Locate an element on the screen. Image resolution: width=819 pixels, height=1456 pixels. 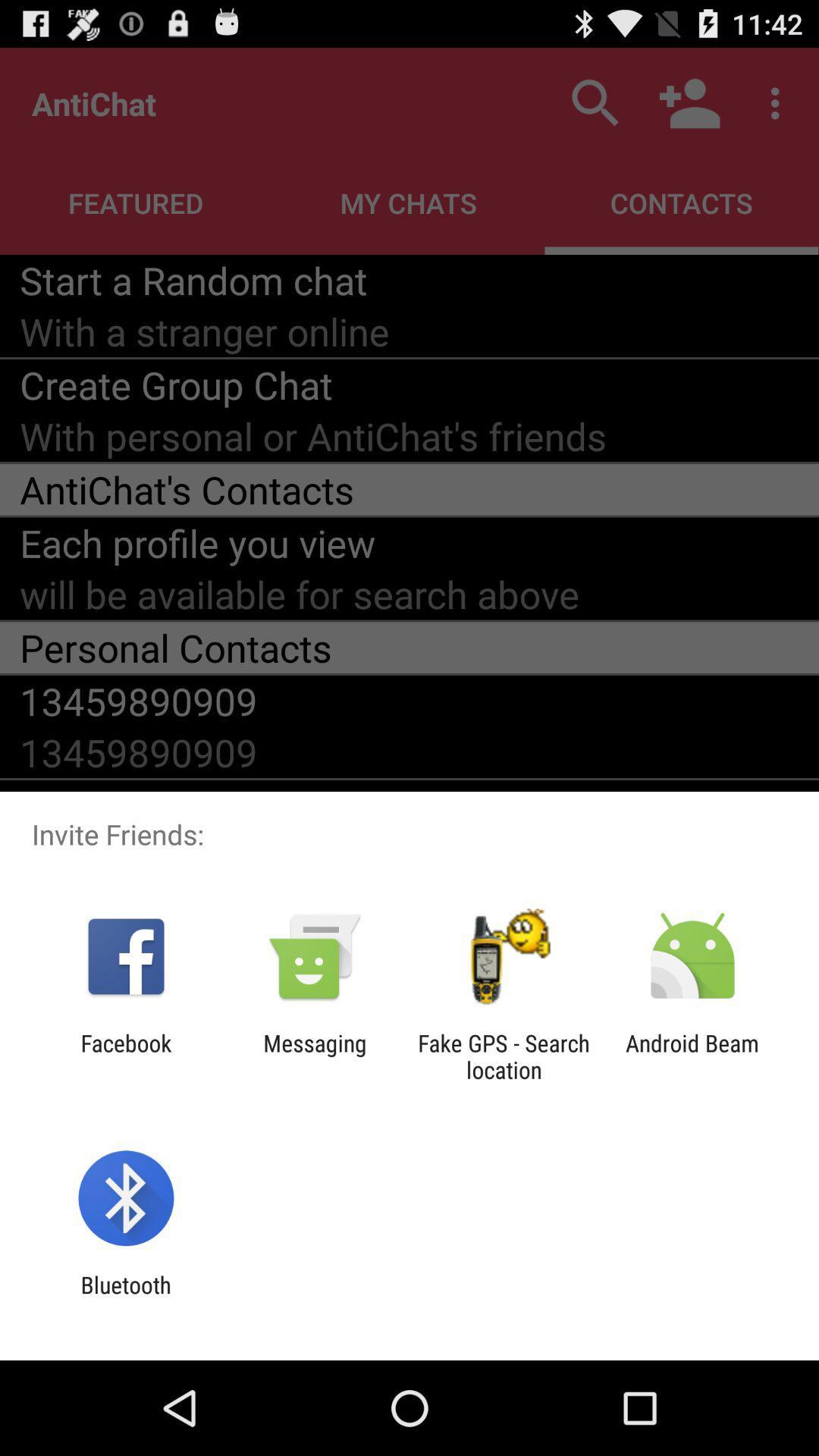
the item next to the android beam icon is located at coordinates (504, 1056).